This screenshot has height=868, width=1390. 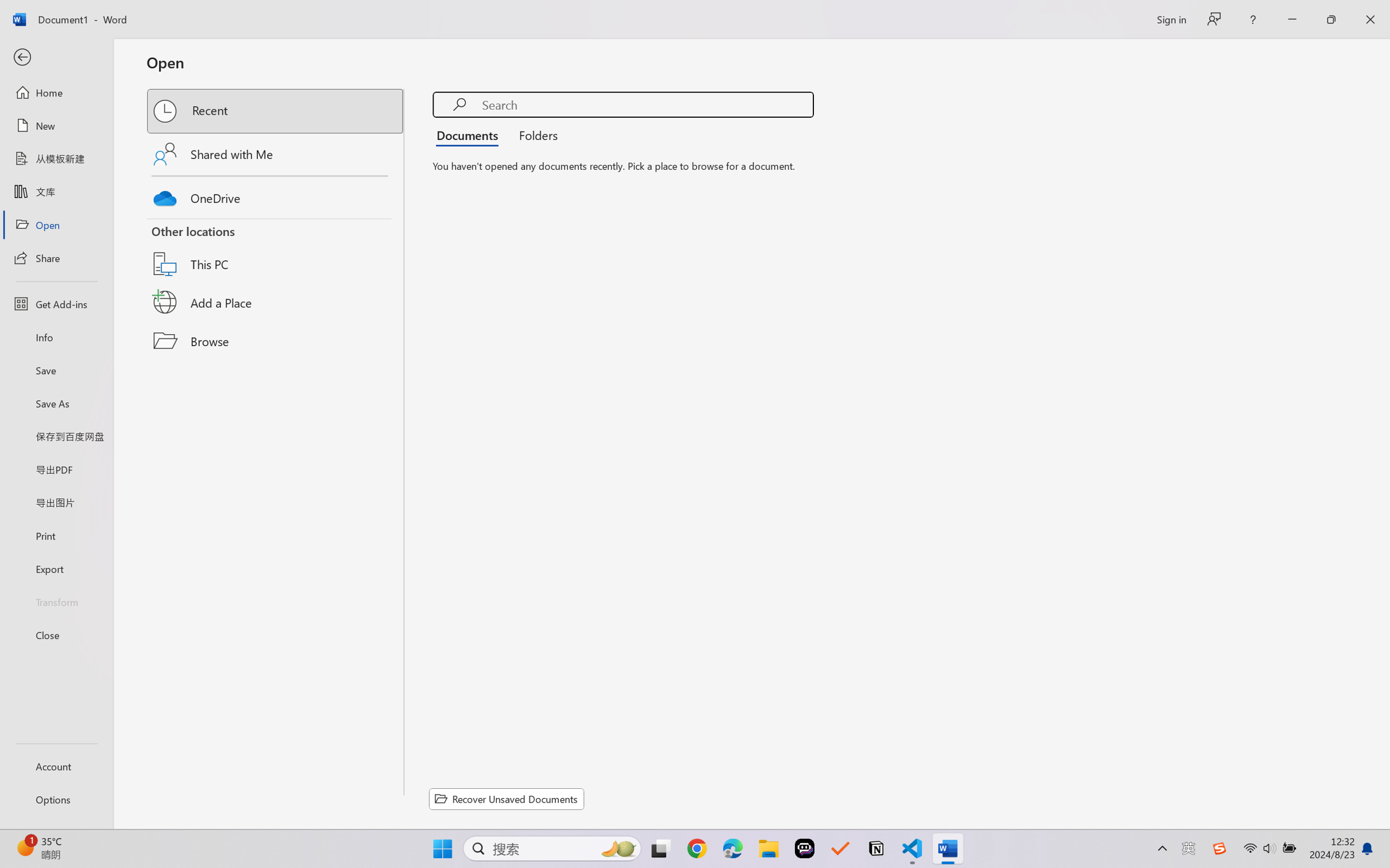 What do you see at coordinates (276, 301) in the screenshot?
I see `'Add a Place'` at bounding box center [276, 301].